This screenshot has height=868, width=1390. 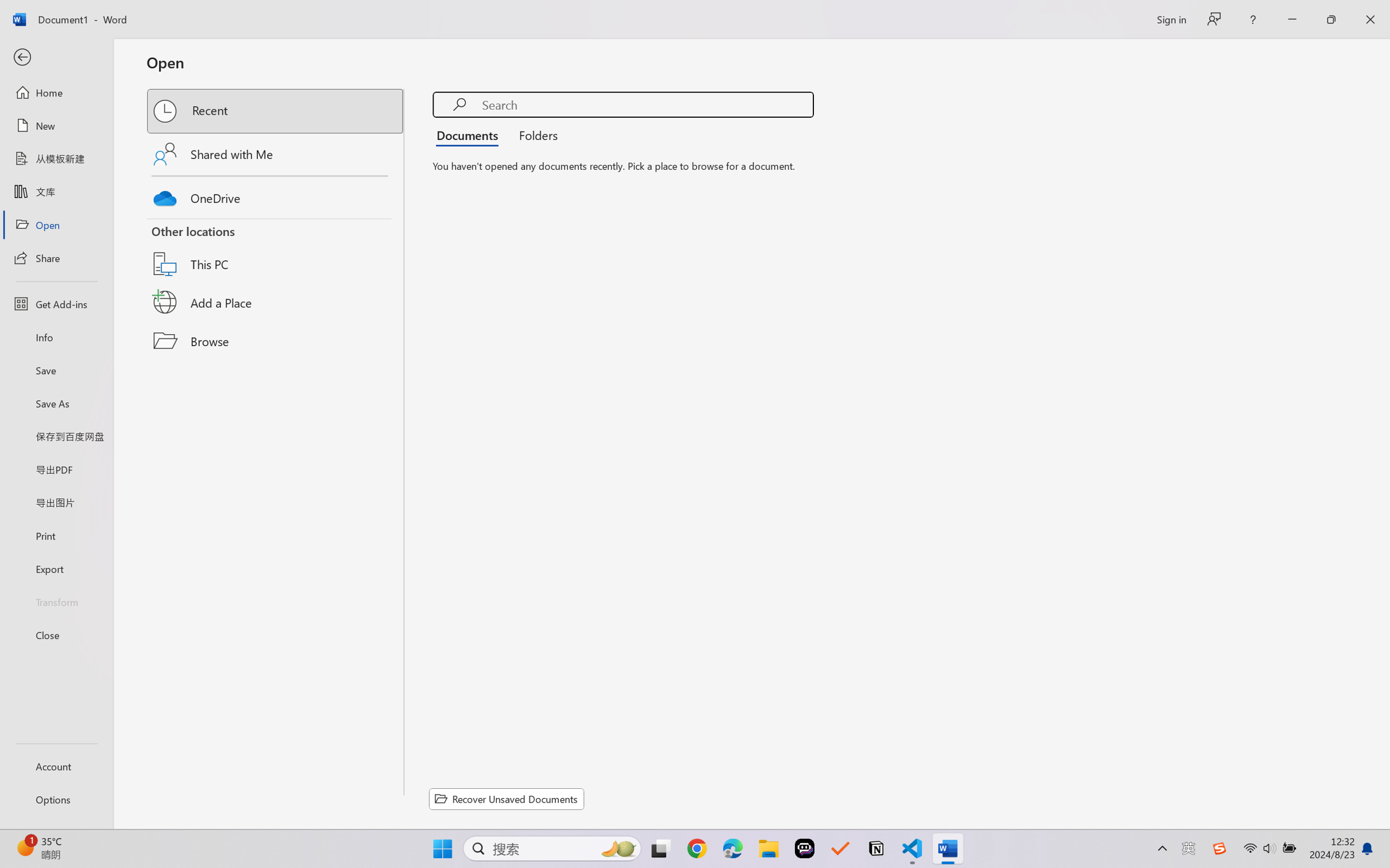 What do you see at coordinates (276, 301) in the screenshot?
I see `'Add a Place'` at bounding box center [276, 301].